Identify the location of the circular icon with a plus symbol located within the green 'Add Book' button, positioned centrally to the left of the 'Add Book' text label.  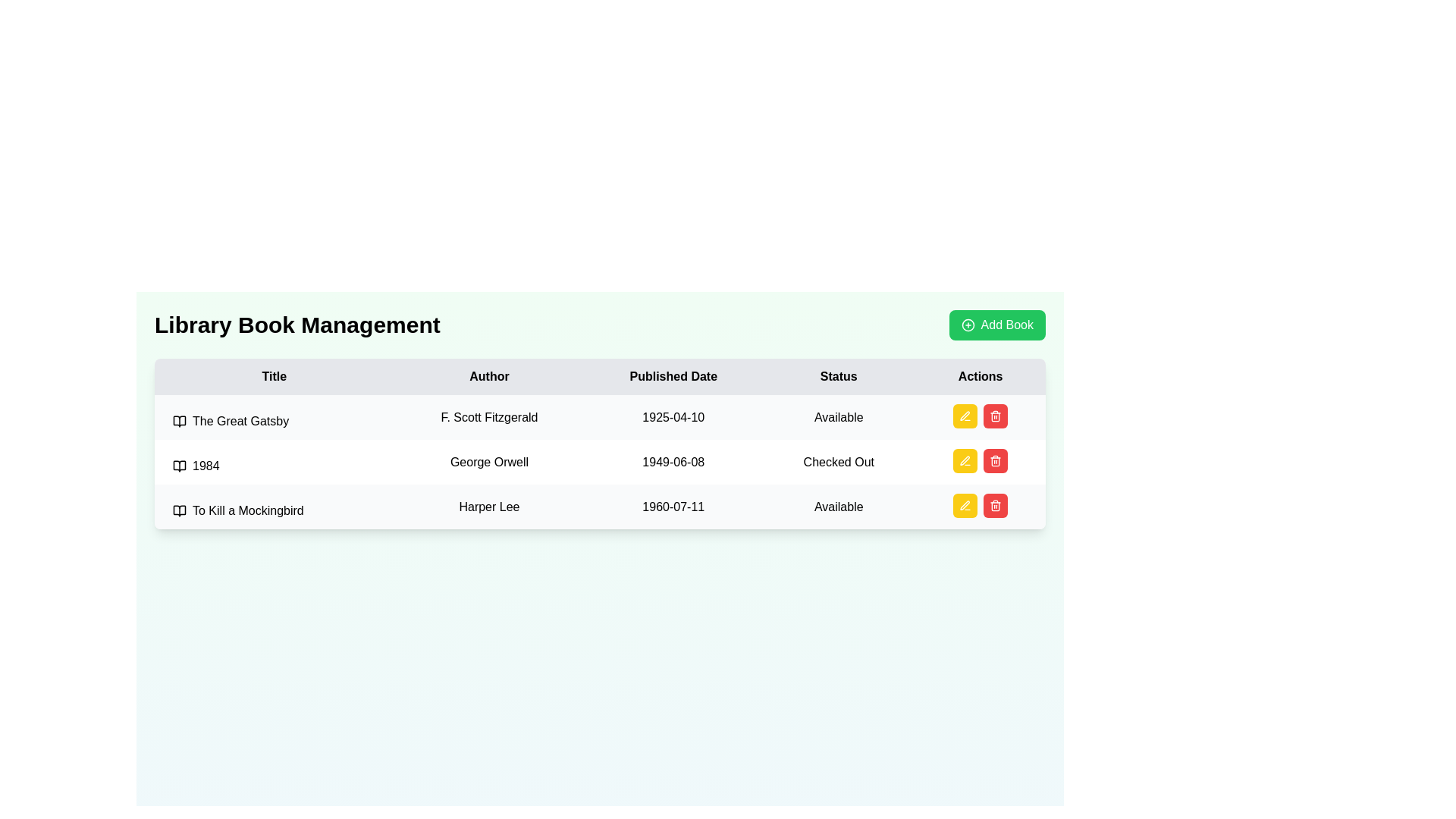
(967, 324).